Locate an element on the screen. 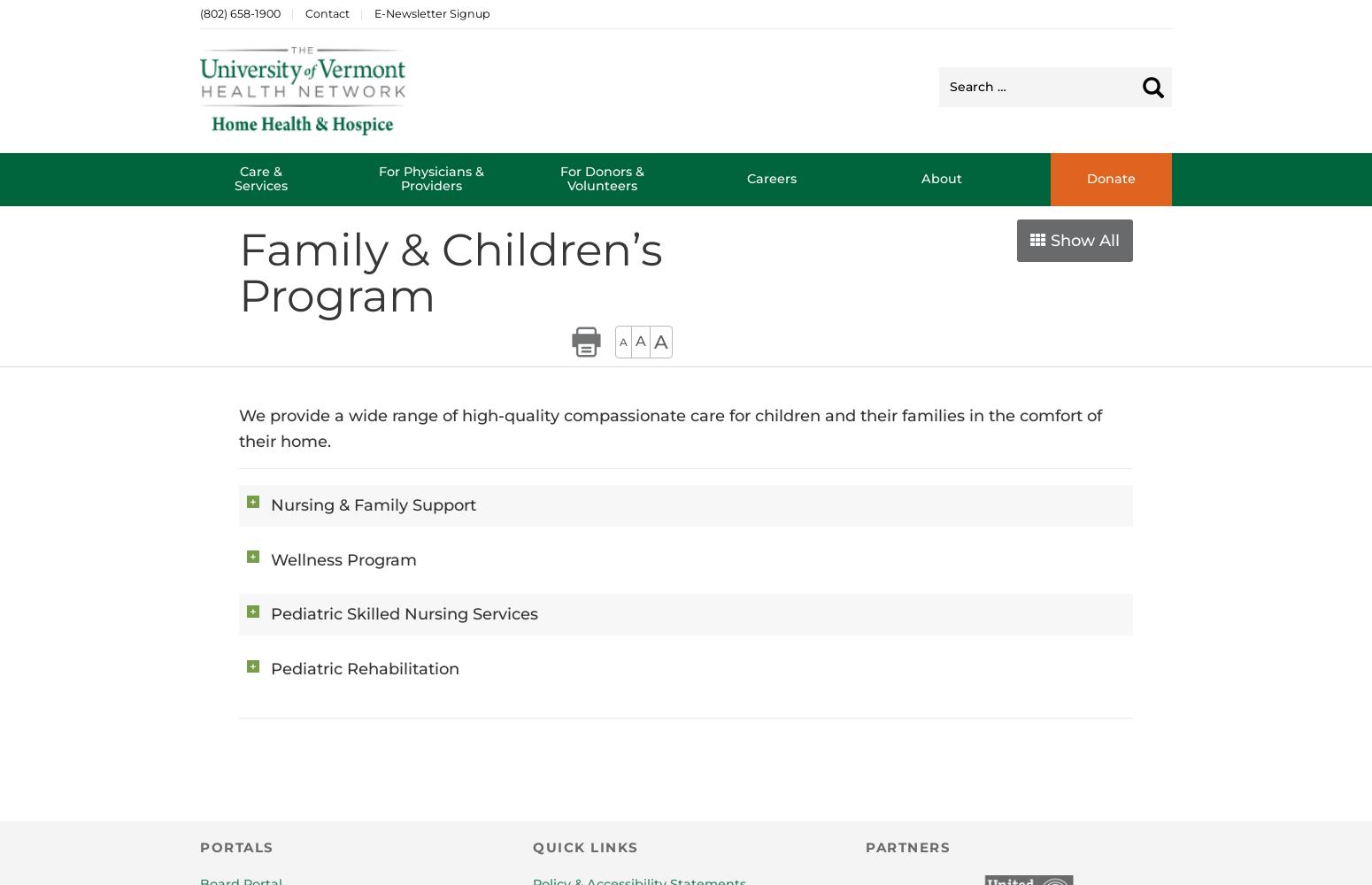 The width and height of the screenshot is (1372, 885). 'We provide a wide range of high-quality compassionate care for children and their families in the comfort of their home.' is located at coordinates (670, 427).